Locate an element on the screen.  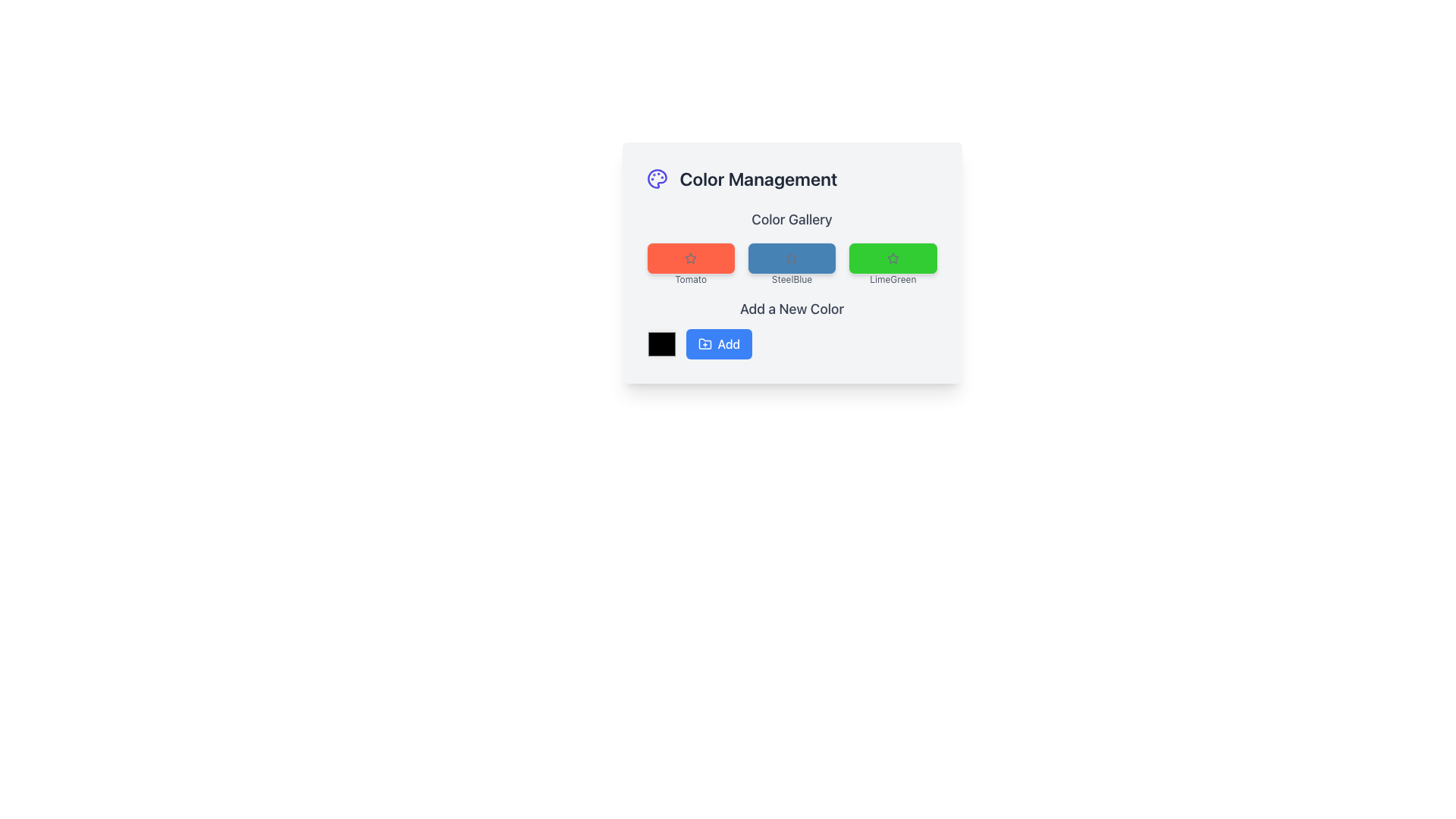
the 'Tomato' color selection button in the Color Gallery section of the color management interface is located at coordinates (690, 257).